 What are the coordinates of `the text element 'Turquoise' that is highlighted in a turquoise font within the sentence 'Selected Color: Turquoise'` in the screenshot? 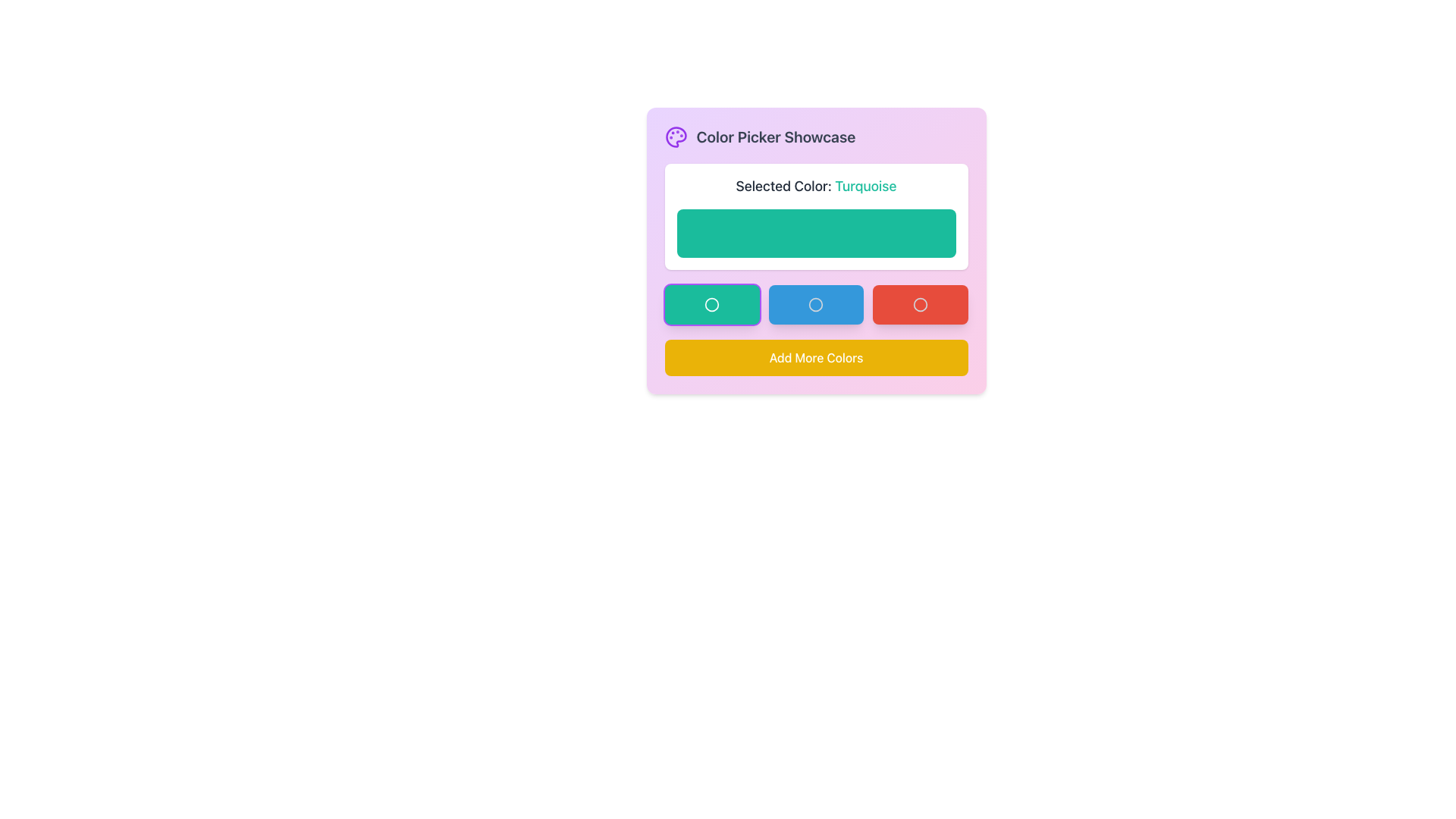 It's located at (865, 185).